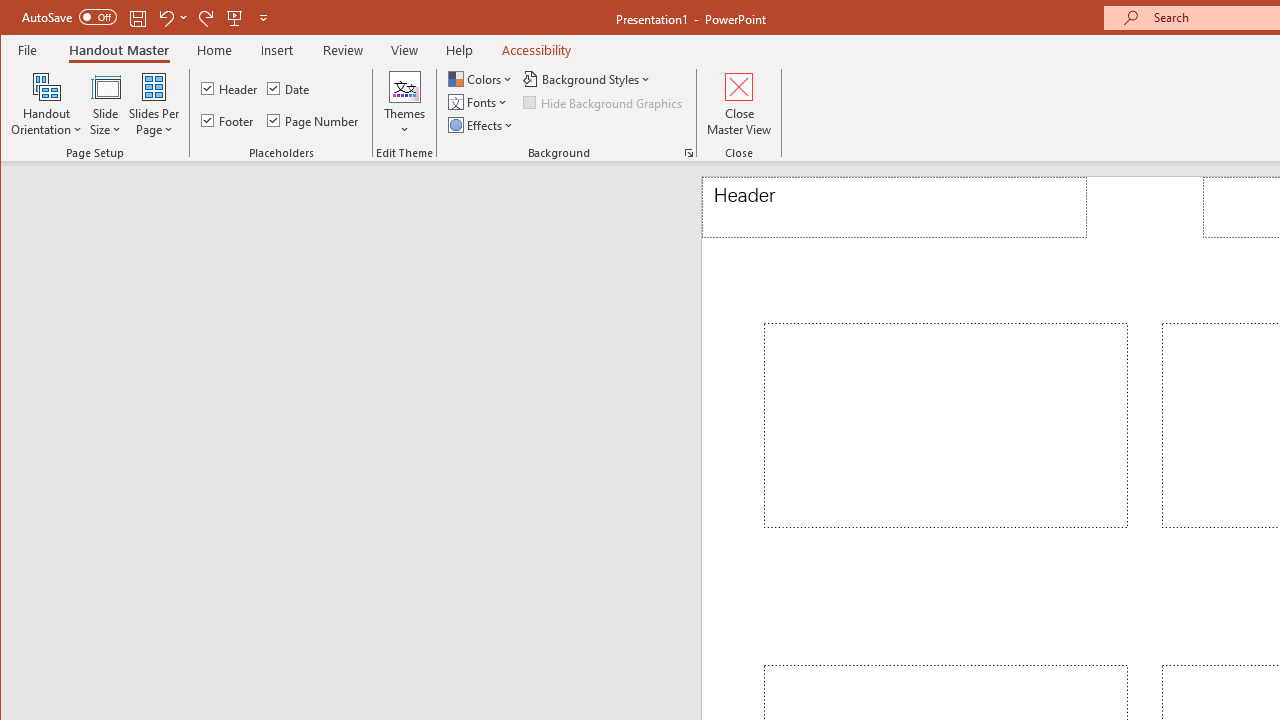 The width and height of the screenshot is (1280, 720). What do you see at coordinates (587, 78) in the screenshot?
I see `'Background Styles'` at bounding box center [587, 78].